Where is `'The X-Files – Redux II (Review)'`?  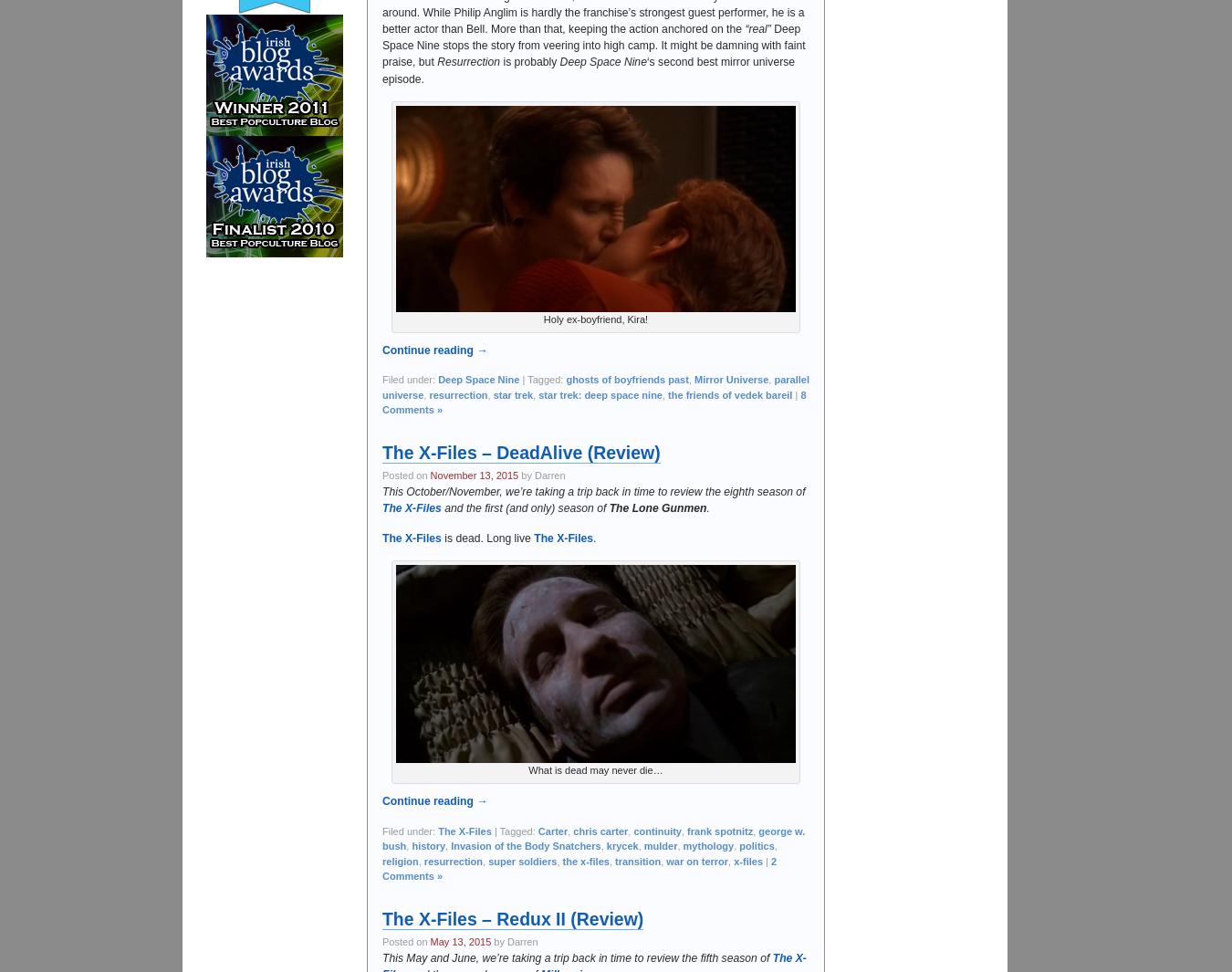
'The X-Files – Redux II (Review)' is located at coordinates (512, 917).